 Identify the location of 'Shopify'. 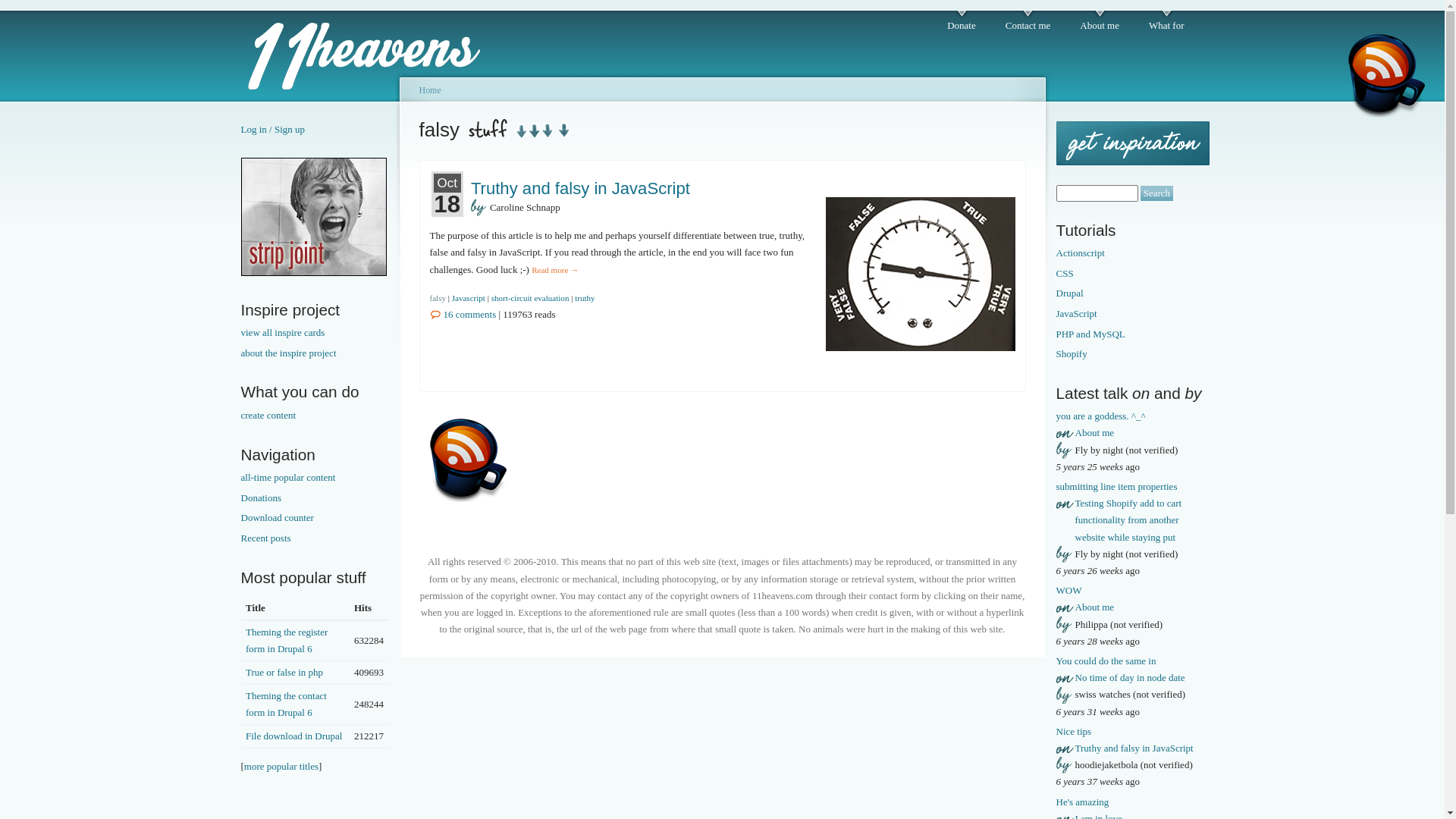
(1129, 353).